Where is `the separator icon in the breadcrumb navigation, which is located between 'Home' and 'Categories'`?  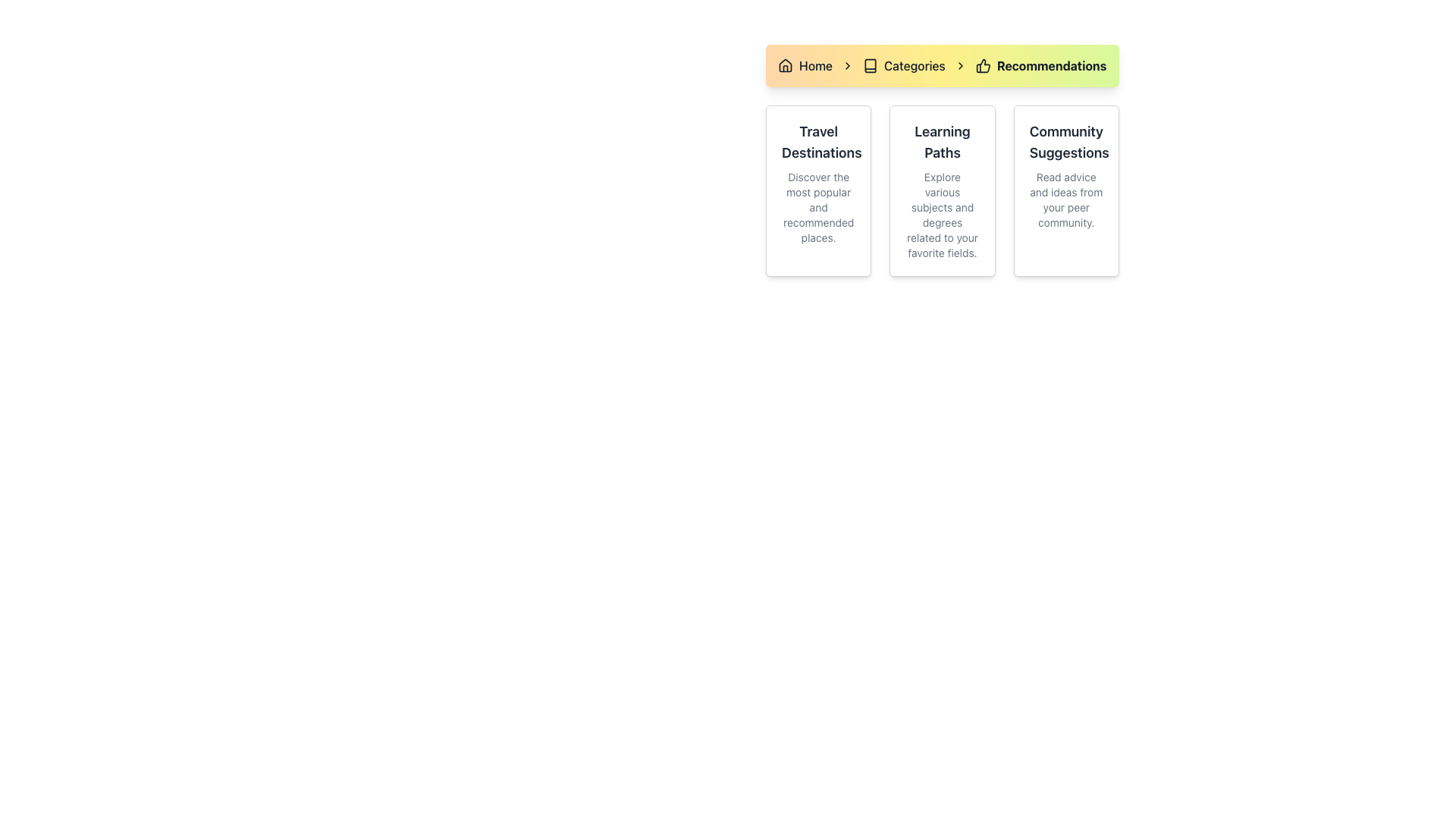 the separator icon in the breadcrumb navigation, which is located between 'Home' and 'Categories' is located at coordinates (847, 65).